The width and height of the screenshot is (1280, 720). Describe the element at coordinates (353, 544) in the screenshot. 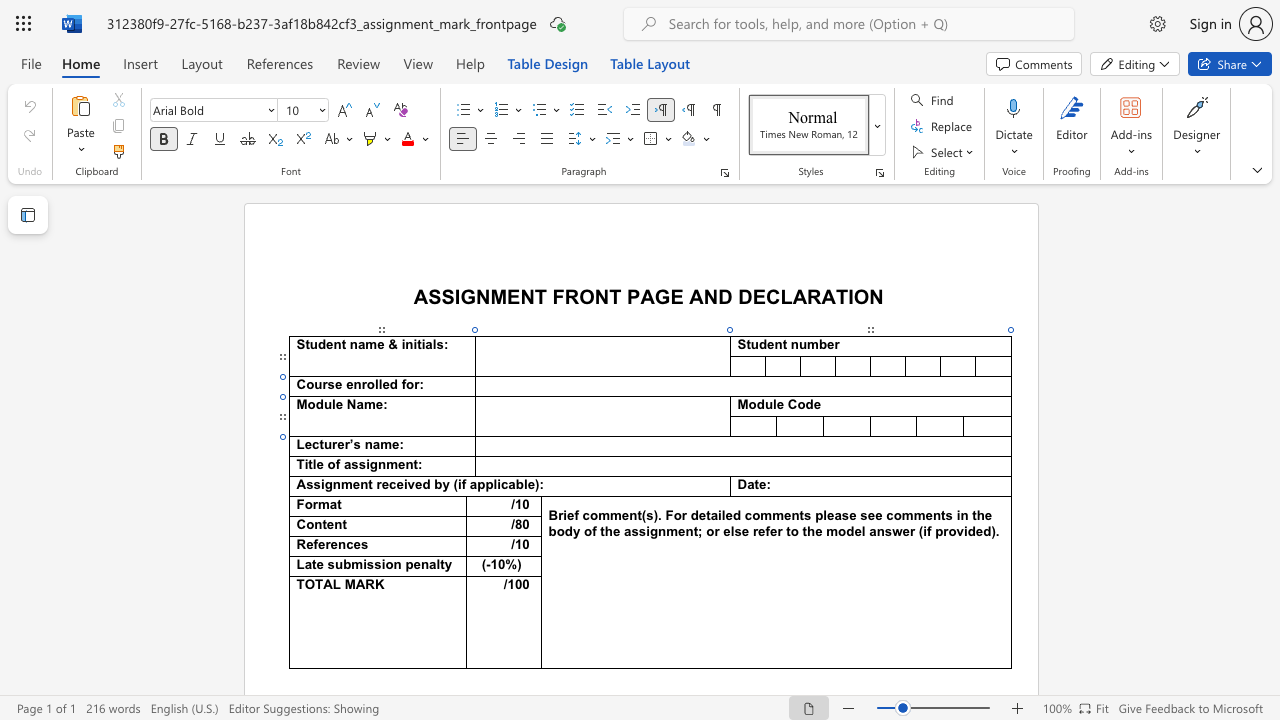

I see `the space between the continuous character "c" and "e" in the text` at that location.